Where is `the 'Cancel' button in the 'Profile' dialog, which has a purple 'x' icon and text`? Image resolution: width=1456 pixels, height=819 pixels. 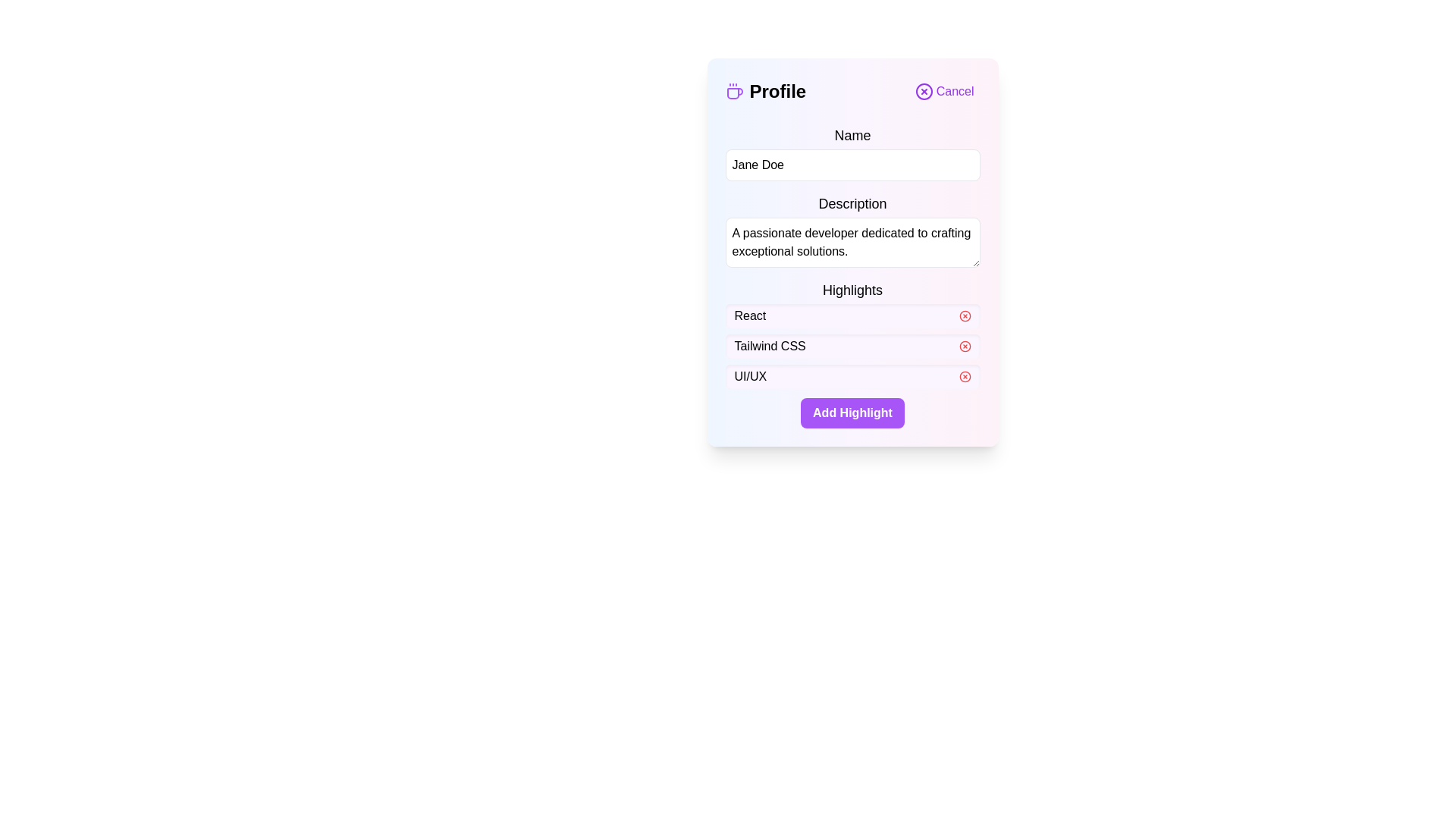 the 'Cancel' button in the 'Profile' dialog, which has a purple 'x' icon and text is located at coordinates (943, 91).